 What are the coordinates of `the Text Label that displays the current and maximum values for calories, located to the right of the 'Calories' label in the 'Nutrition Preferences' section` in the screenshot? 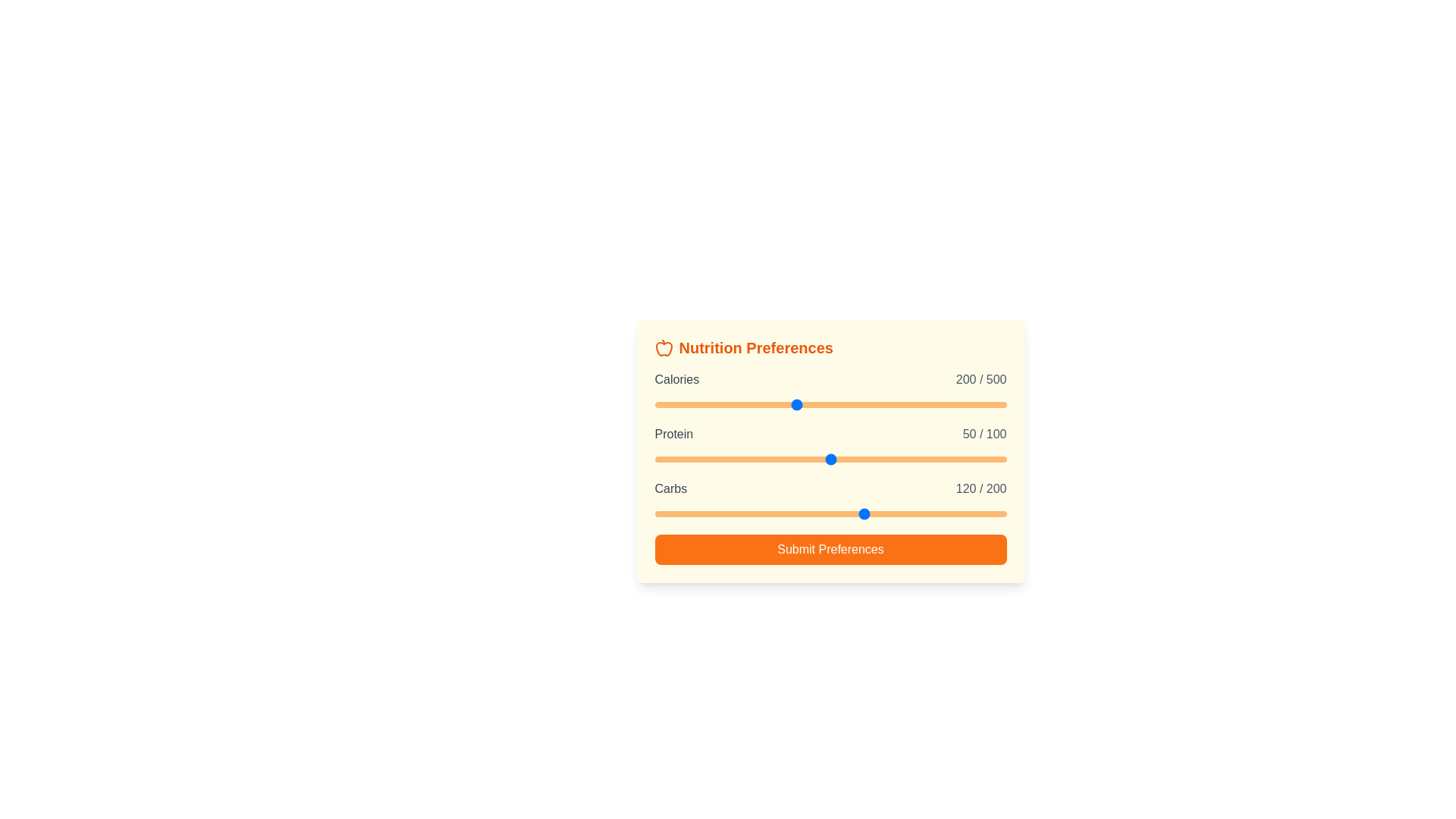 It's located at (981, 379).